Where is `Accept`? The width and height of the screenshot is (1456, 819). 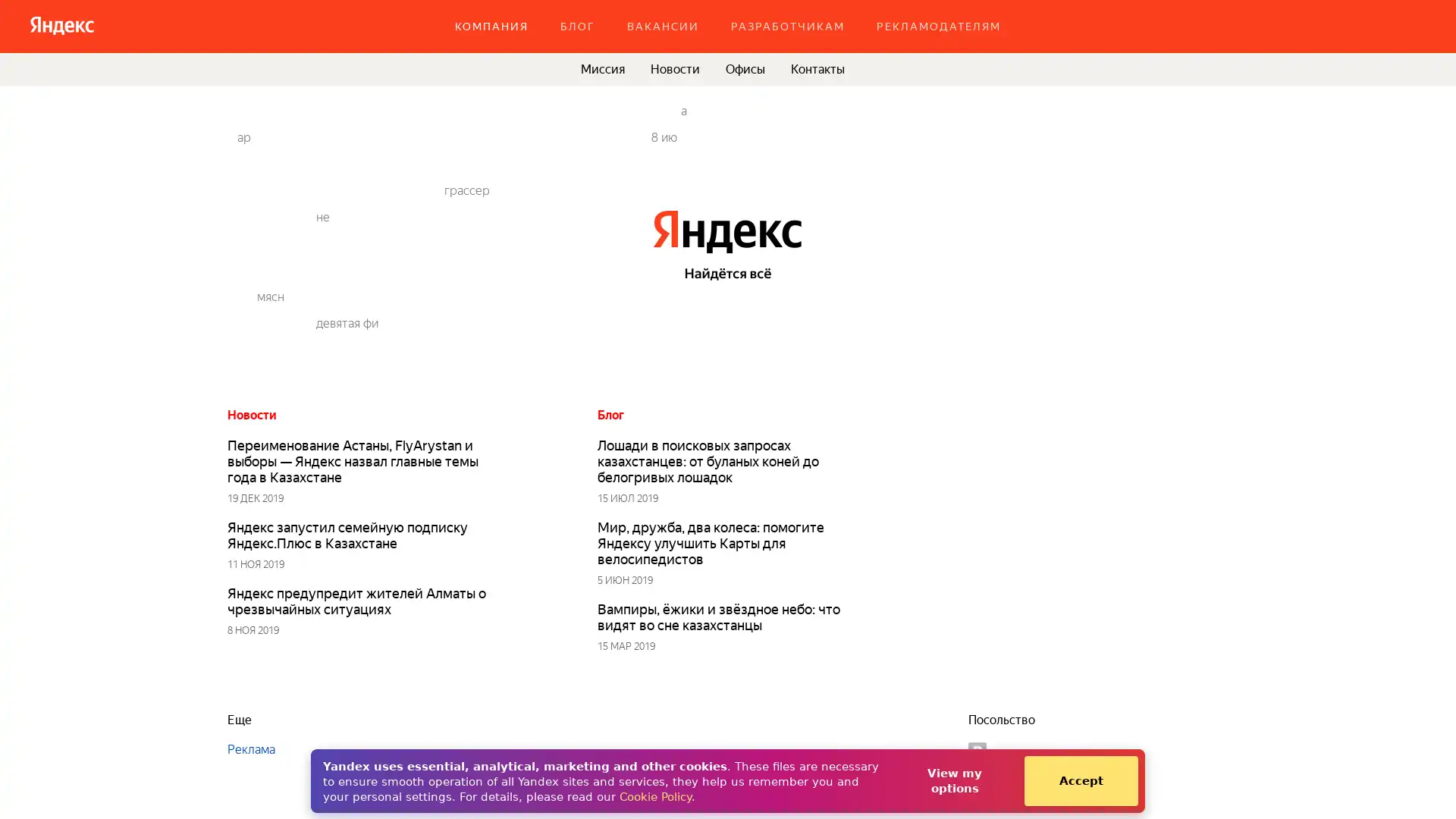 Accept is located at coordinates (1080, 780).